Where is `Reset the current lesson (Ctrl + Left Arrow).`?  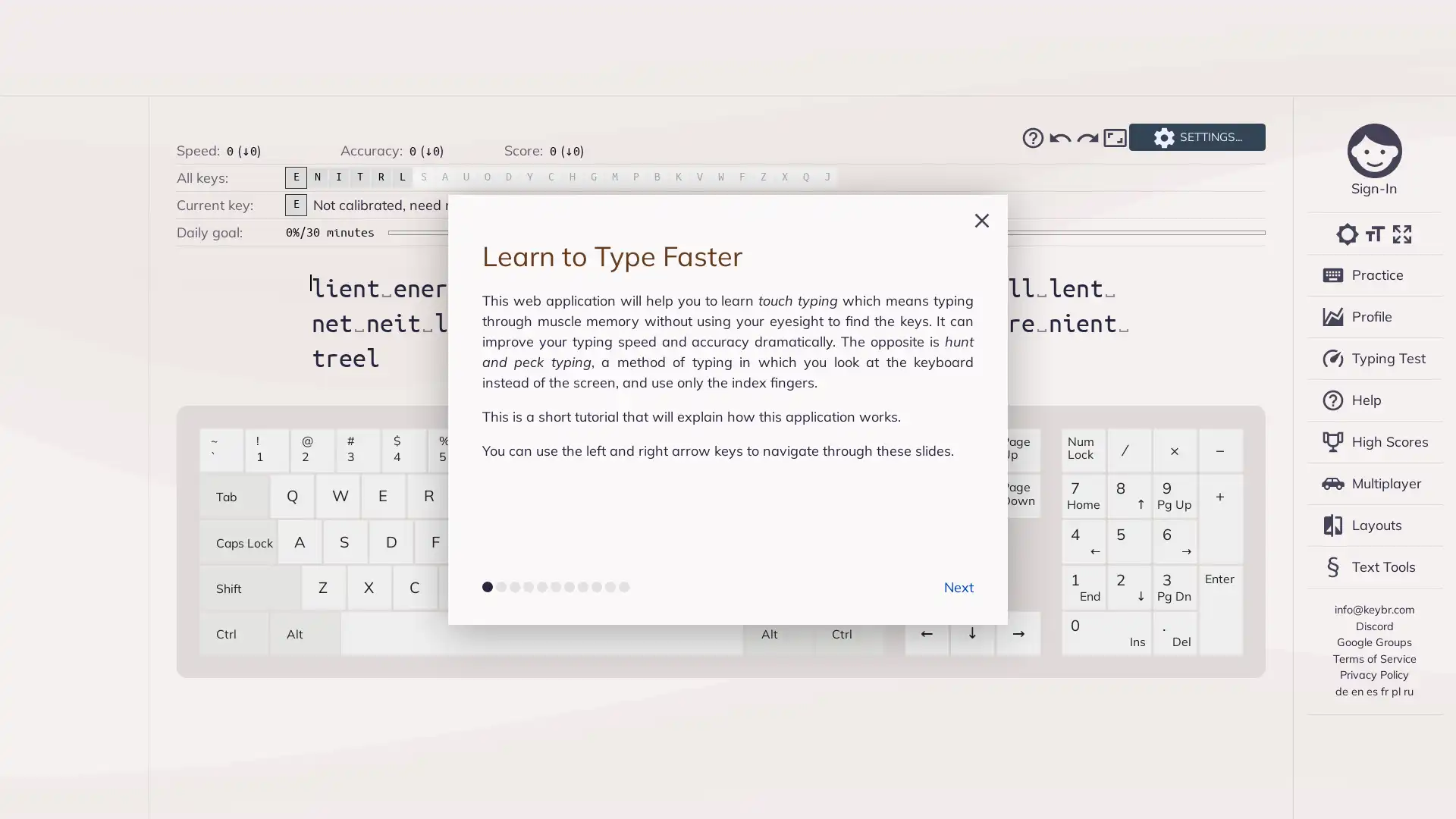 Reset the current lesson (Ctrl + Left Arrow). is located at coordinates (1059, 137).